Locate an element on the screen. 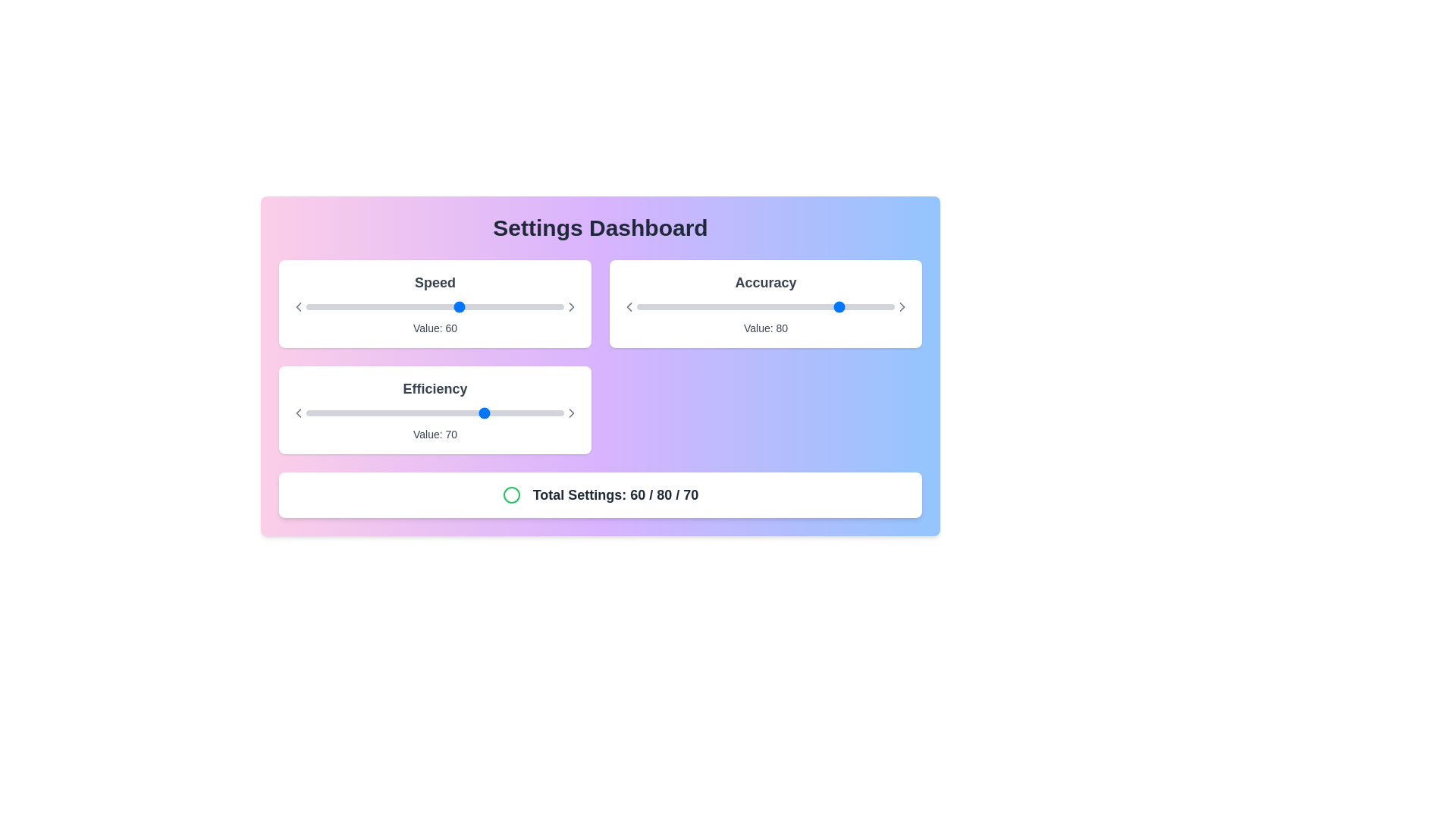  the accuracy slider is located at coordinates (690, 307).